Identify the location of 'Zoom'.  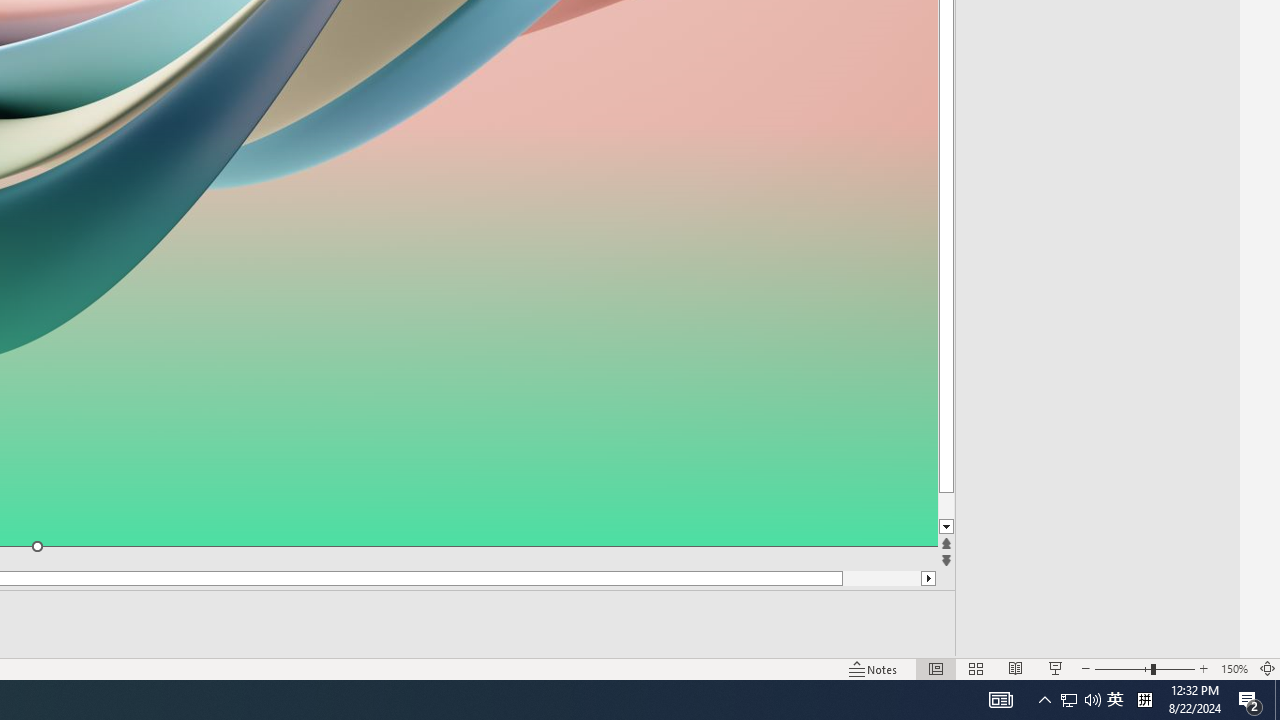
(1144, 669).